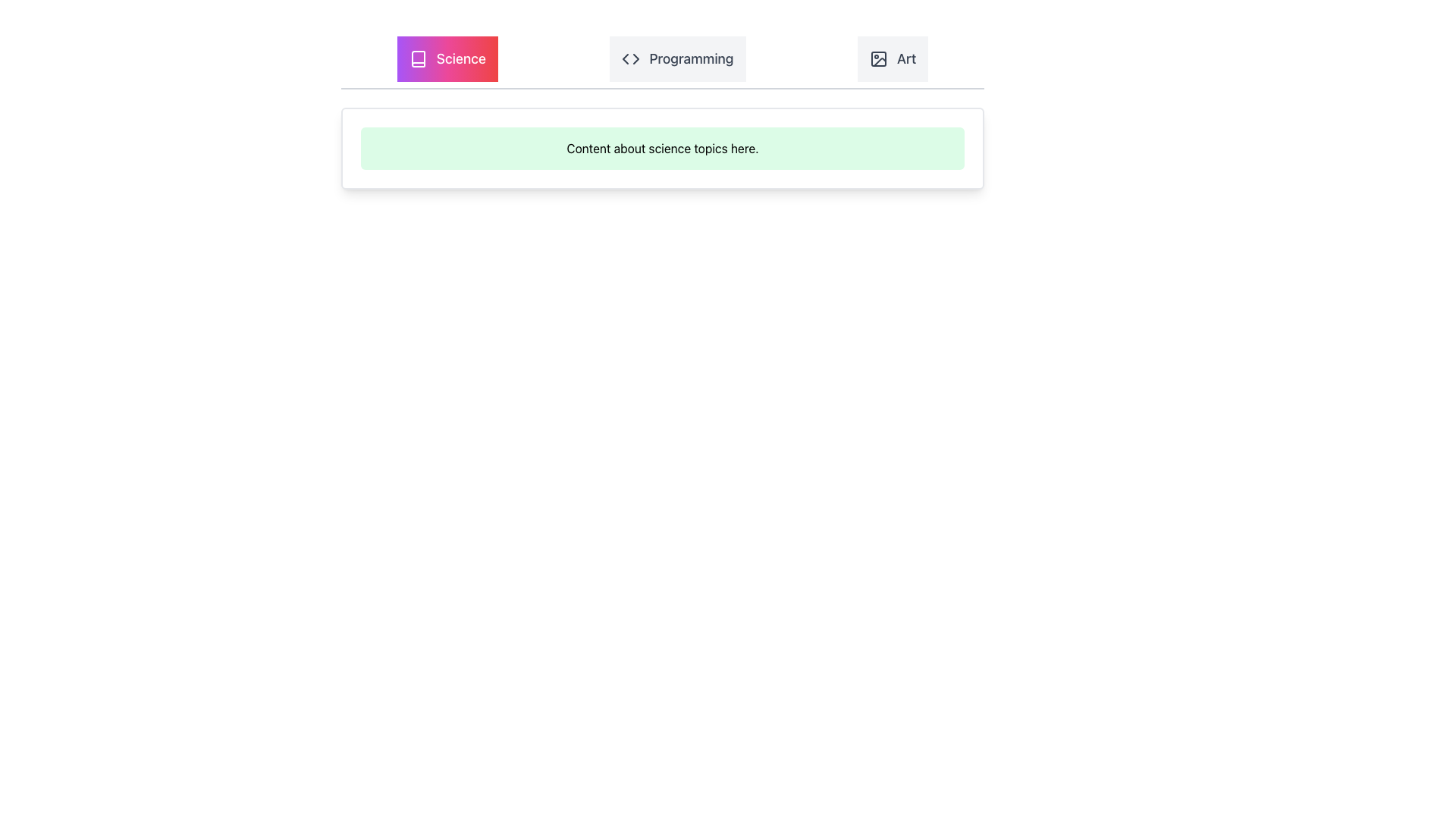  I want to click on the 'Science' text label, so click(460, 58).